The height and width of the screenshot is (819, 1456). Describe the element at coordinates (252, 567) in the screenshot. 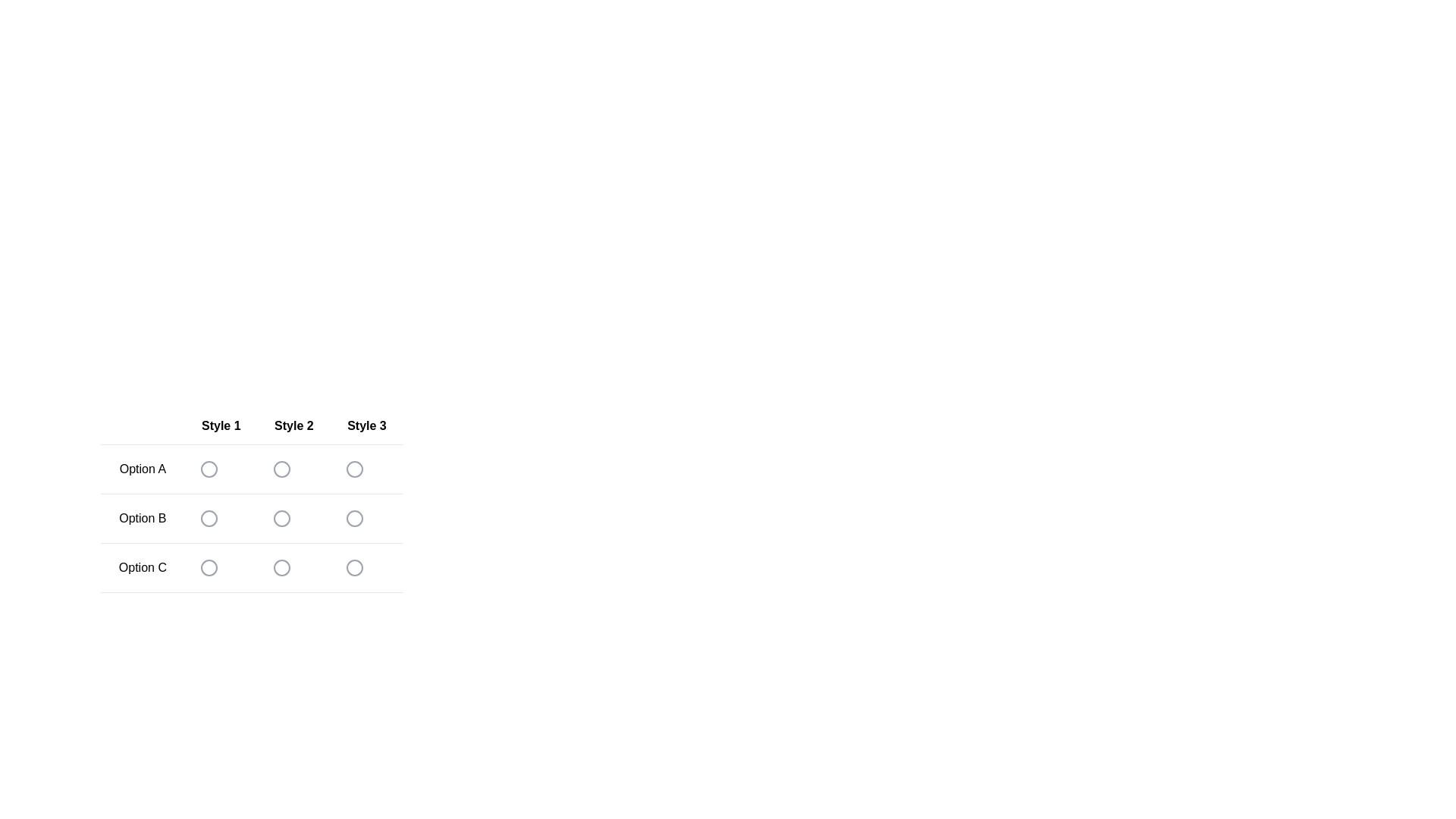

I see `the Text Label located in the third row of selectable options` at that location.